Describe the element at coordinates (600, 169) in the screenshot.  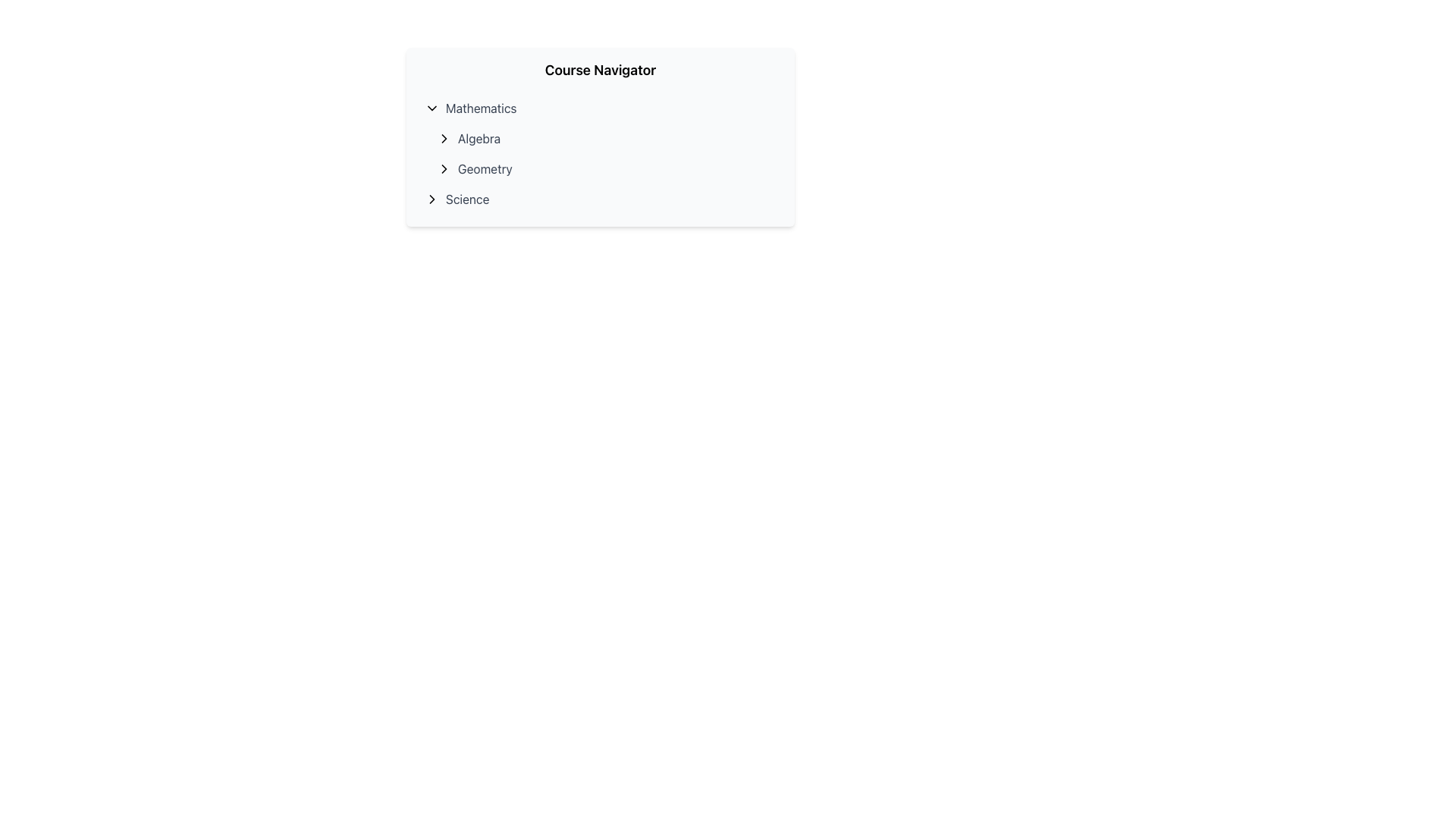
I see `the 'Geometry' list item` at that location.